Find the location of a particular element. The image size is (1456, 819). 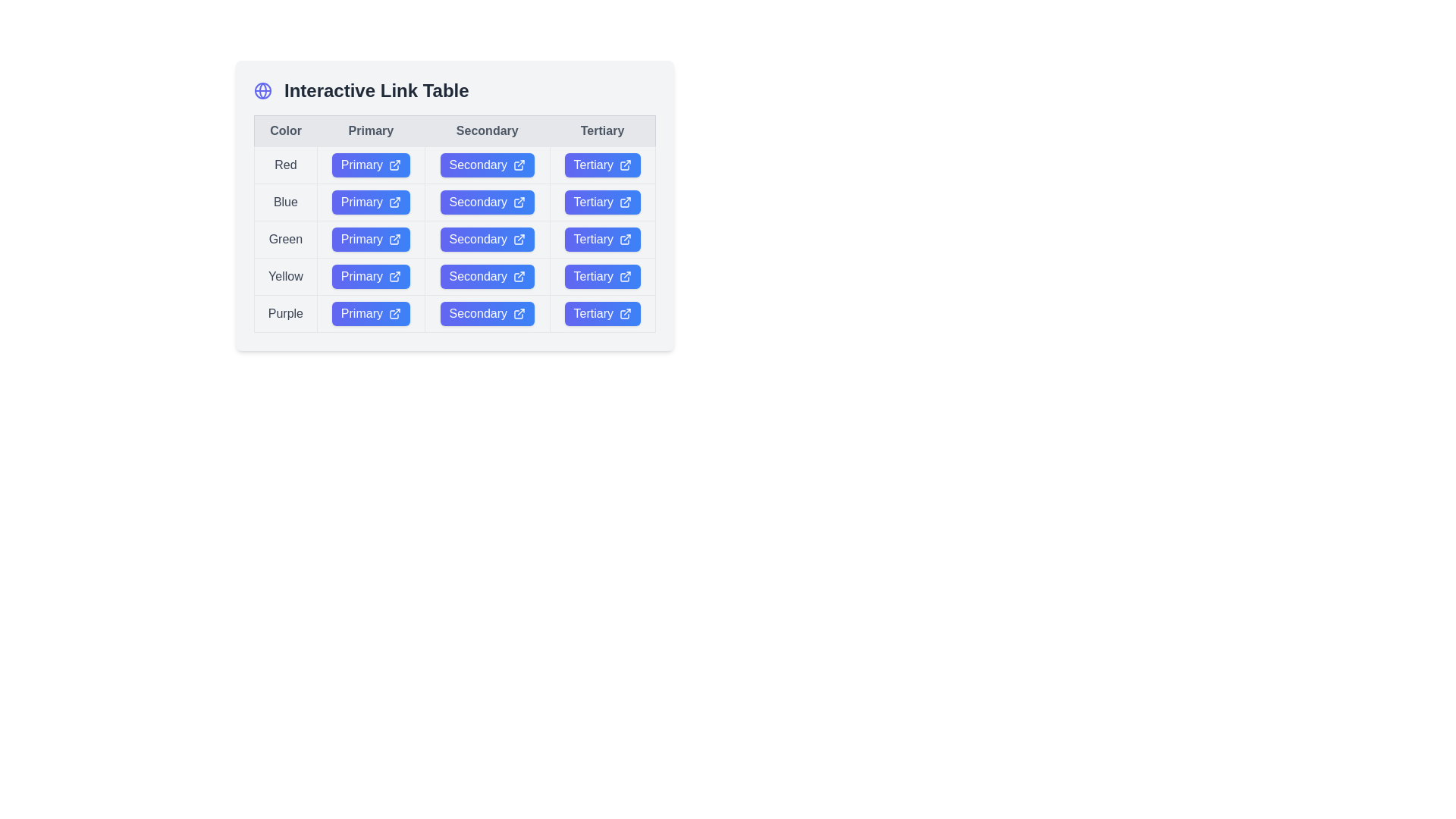

the 'Tertiary' text label, which is the rightmost element in the header row of the table, representing the tertiary information category is located at coordinates (601, 130).